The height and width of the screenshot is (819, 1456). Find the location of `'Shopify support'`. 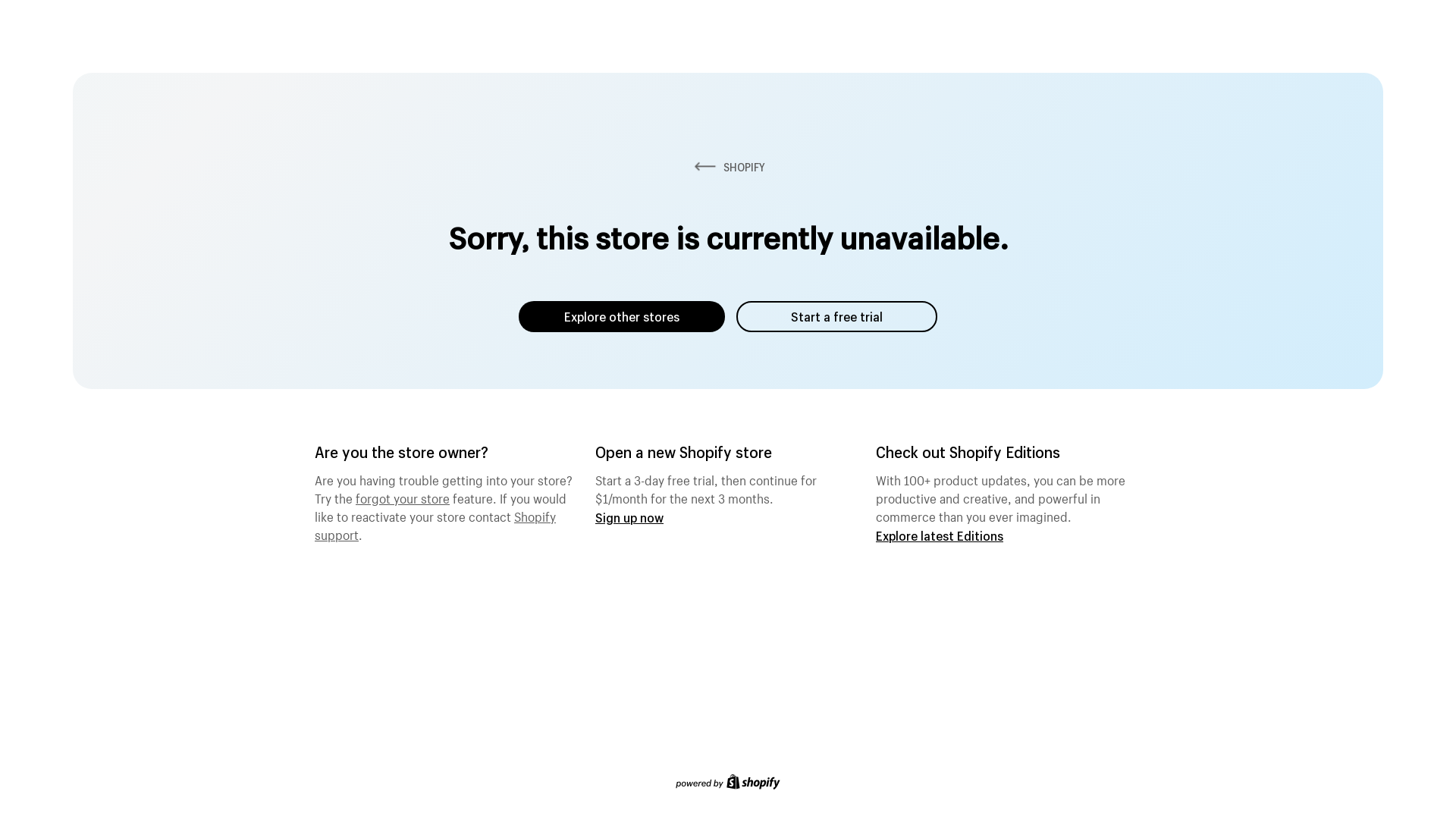

'Shopify support' is located at coordinates (435, 522).